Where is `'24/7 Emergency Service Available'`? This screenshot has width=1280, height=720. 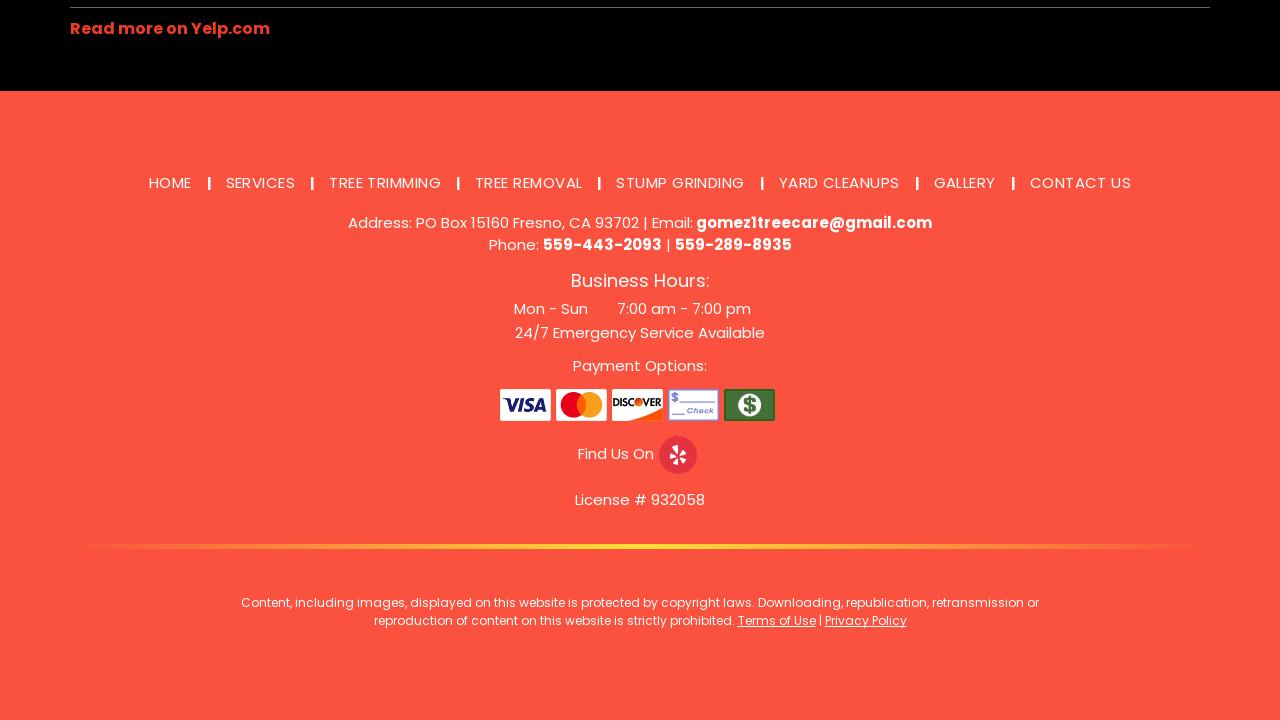 '24/7 Emergency Service Available' is located at coordinates (514, 331).